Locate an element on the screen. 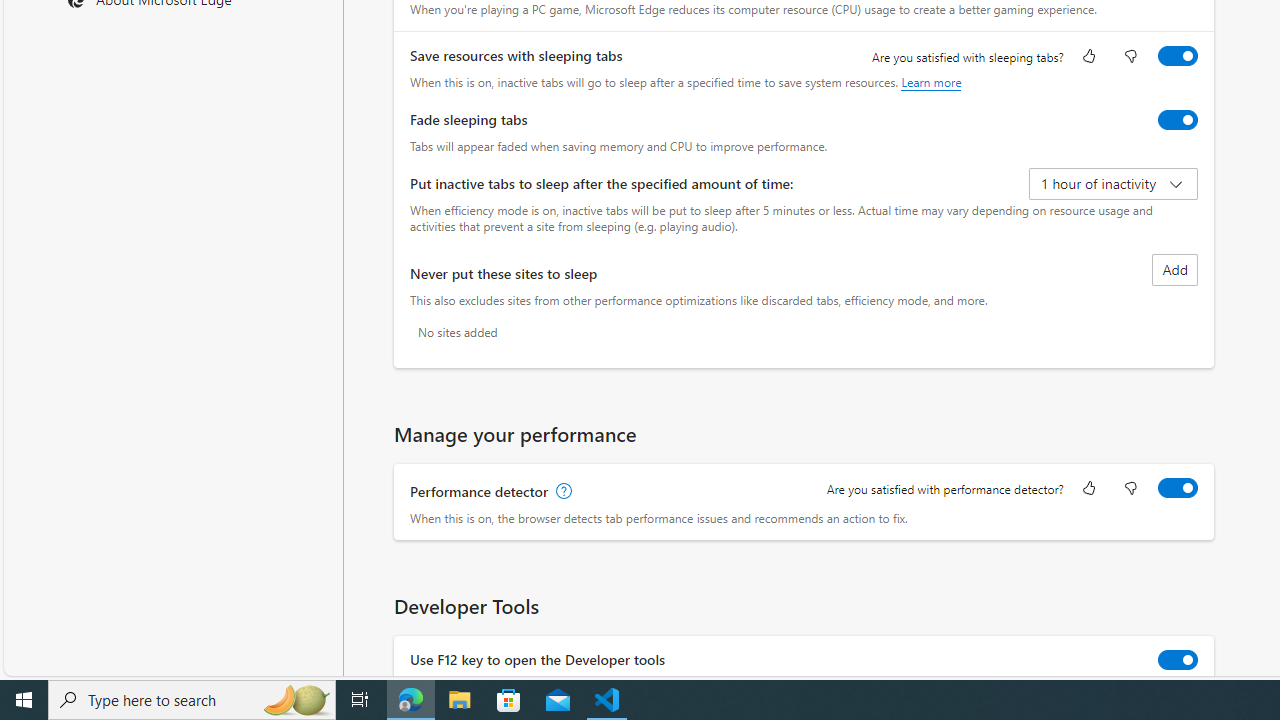 Image resolution: width=1280 pixels, height=720 pixels. 'Learn more' is located at coordinates (930, 81).